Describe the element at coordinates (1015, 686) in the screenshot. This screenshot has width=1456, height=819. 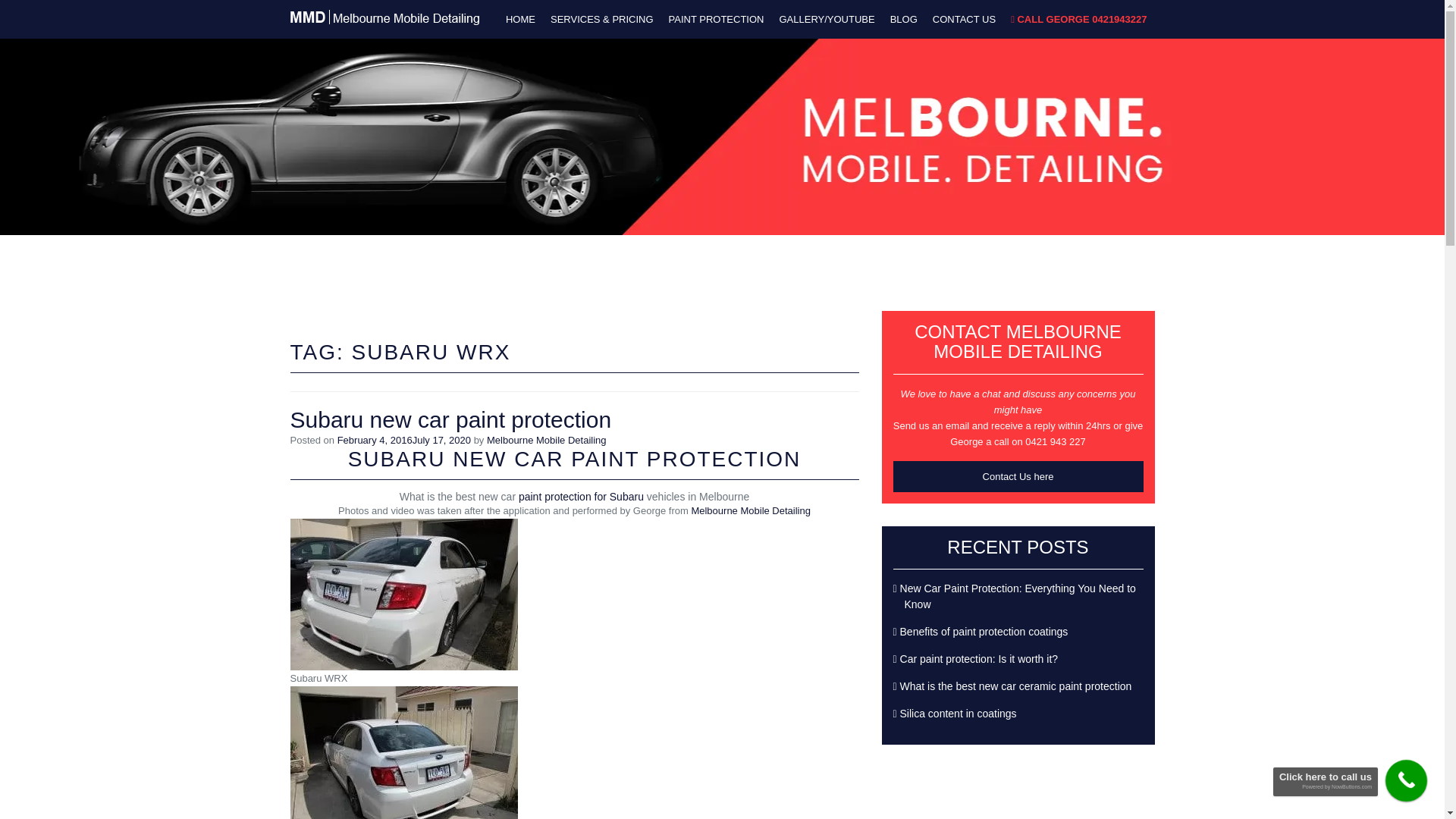
I see `'What is the best new car ceramic paint protection'` at that location.